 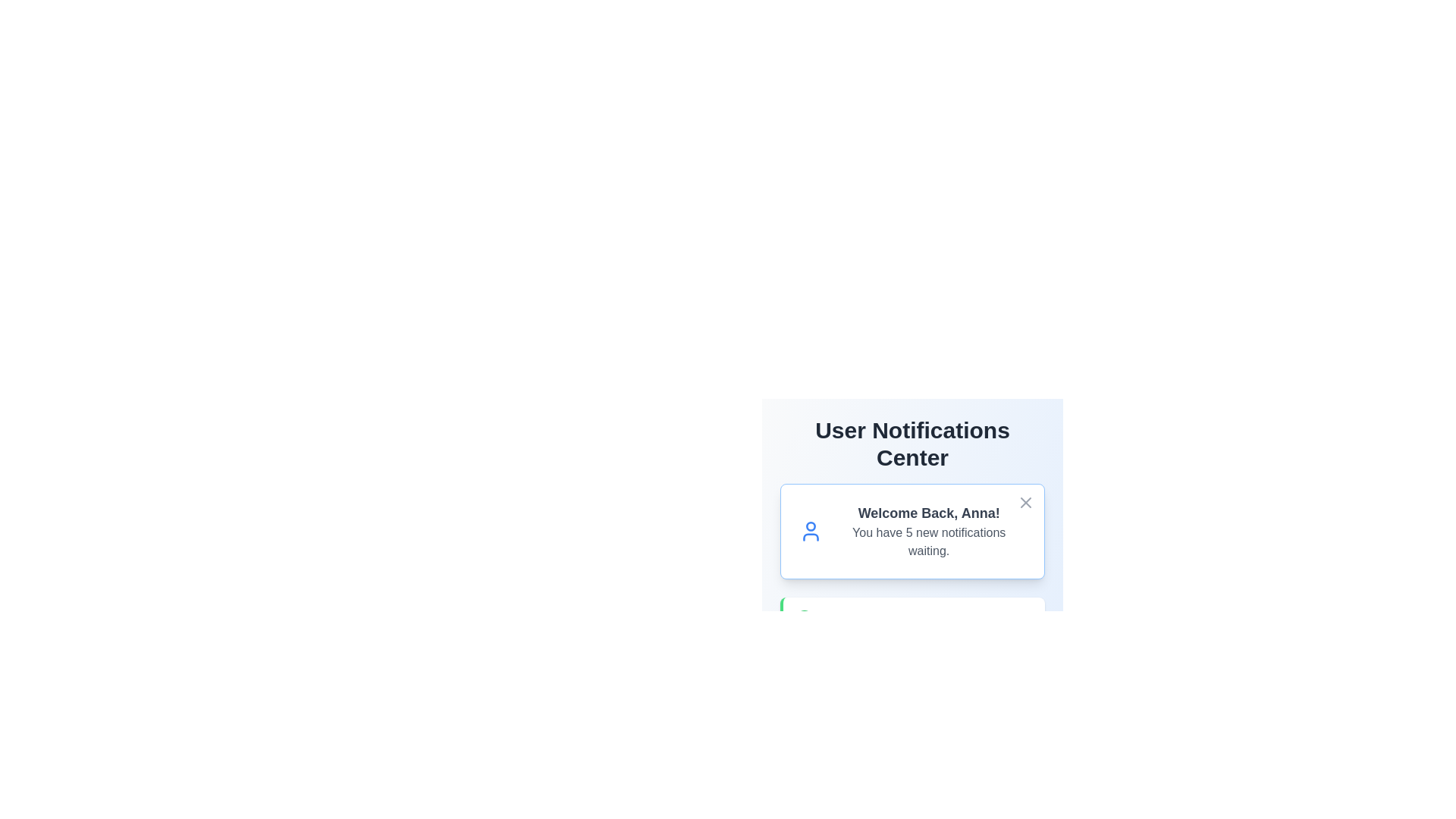 I want to click on the small gray 'X' icon button located at the top-right corner of the notification panel, so click(x=1026, y=503).